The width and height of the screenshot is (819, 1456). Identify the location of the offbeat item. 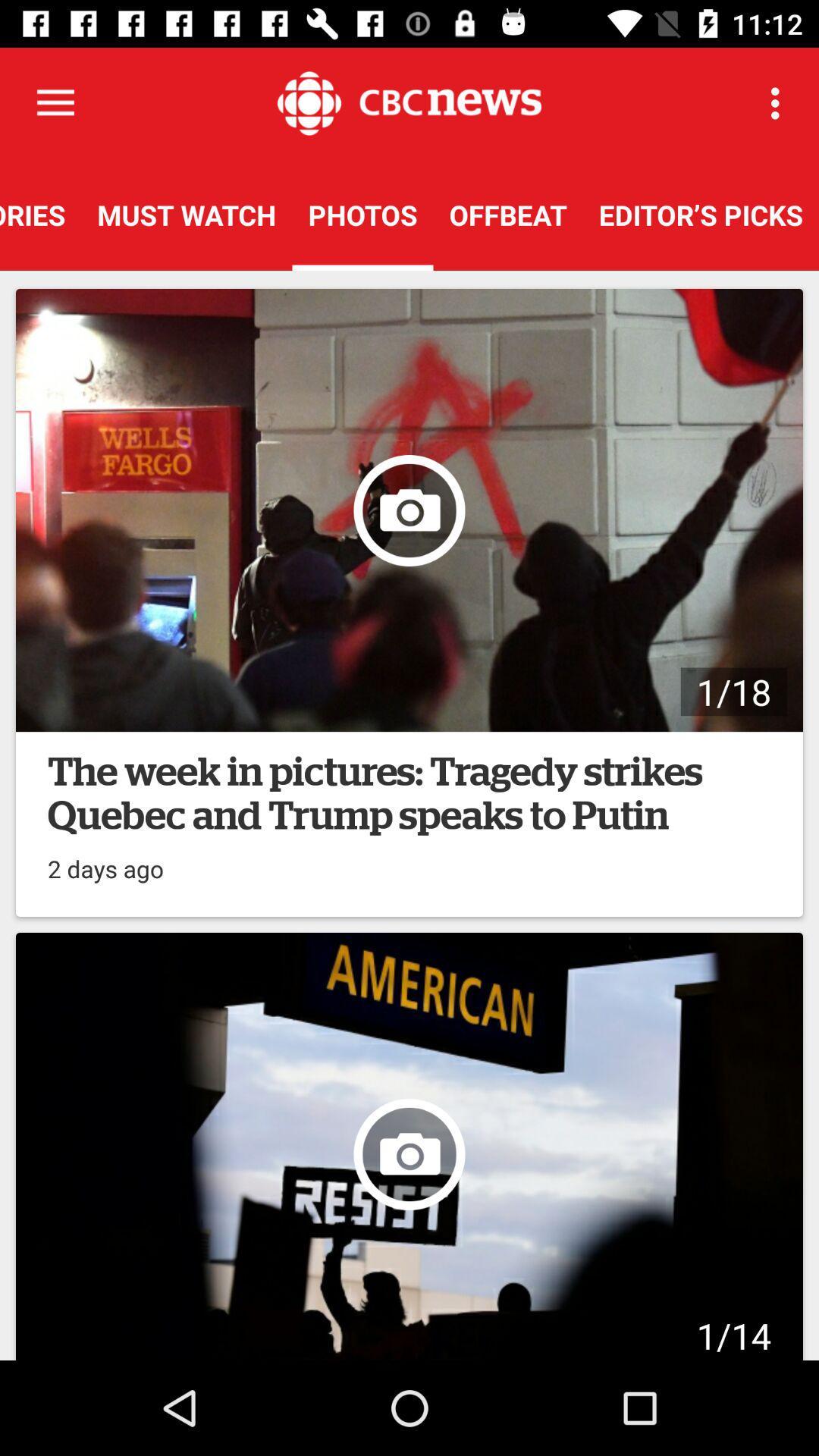
(508, 214).